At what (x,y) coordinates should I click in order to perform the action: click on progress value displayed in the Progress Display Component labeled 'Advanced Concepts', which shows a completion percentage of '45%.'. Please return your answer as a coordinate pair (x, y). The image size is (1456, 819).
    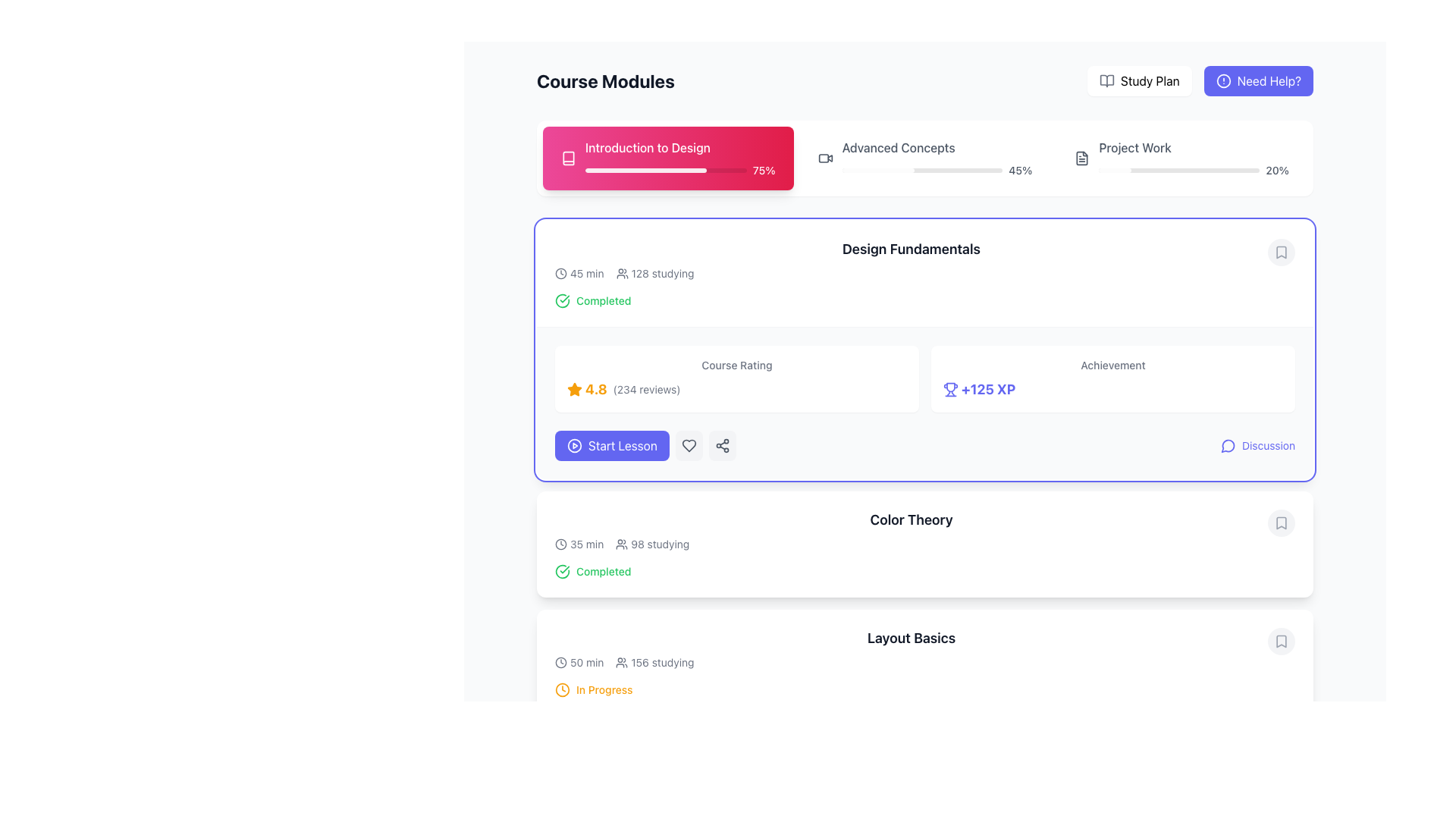
    Looking at the image, I should click on (937, 158).